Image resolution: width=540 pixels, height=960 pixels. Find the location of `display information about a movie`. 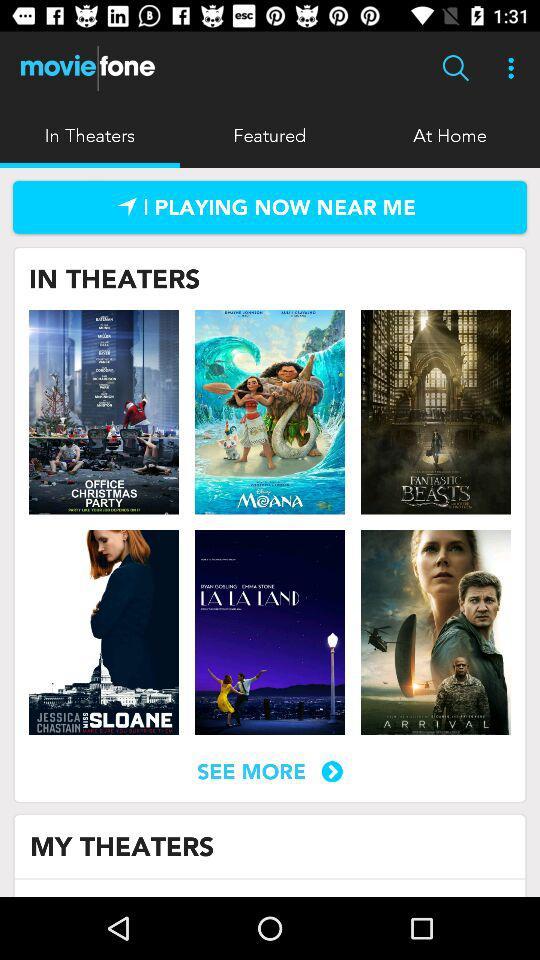

display information about a movie is located at coordinates (104, 411).